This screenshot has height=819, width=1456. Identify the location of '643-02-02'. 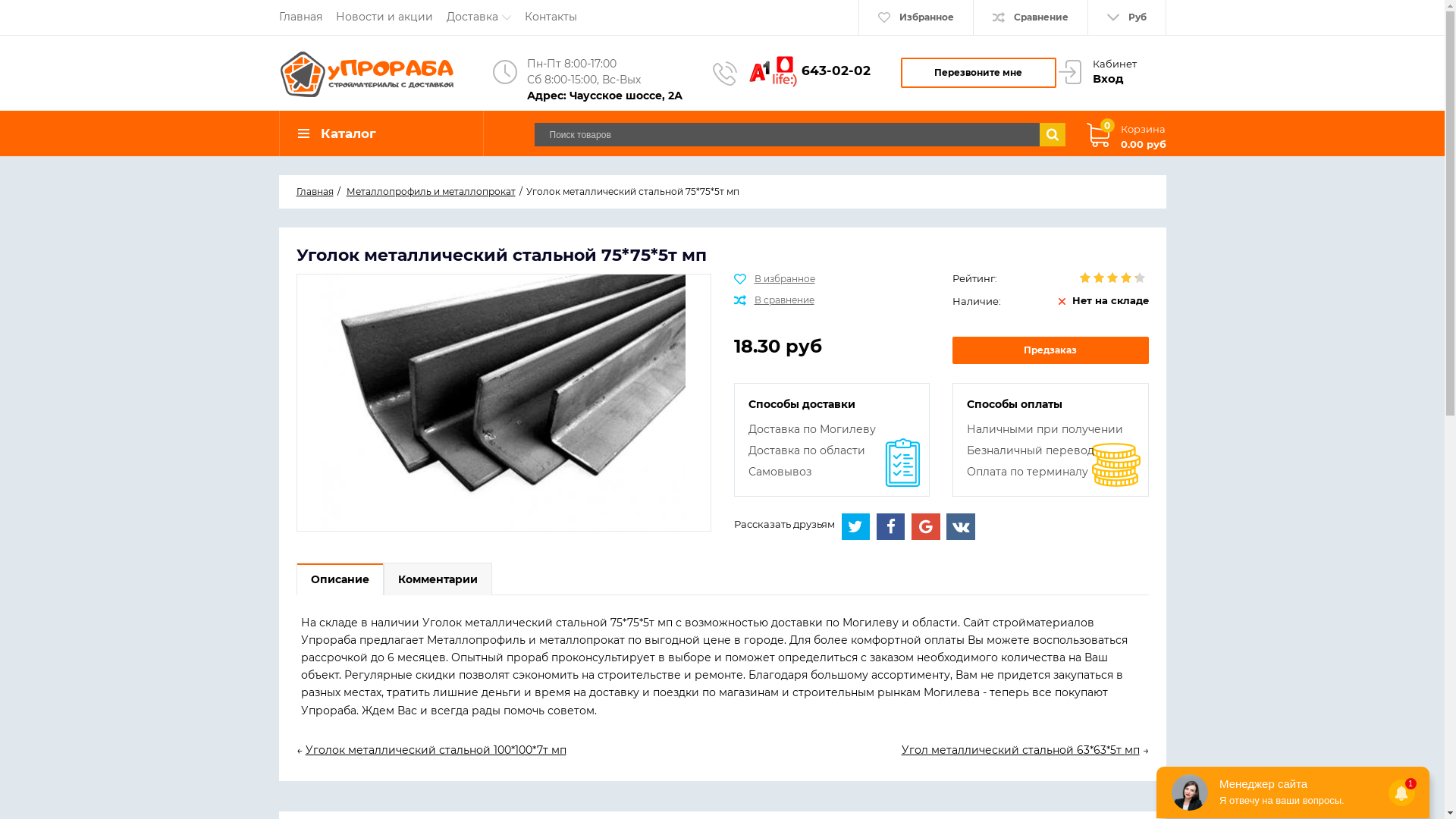
(834, 70).